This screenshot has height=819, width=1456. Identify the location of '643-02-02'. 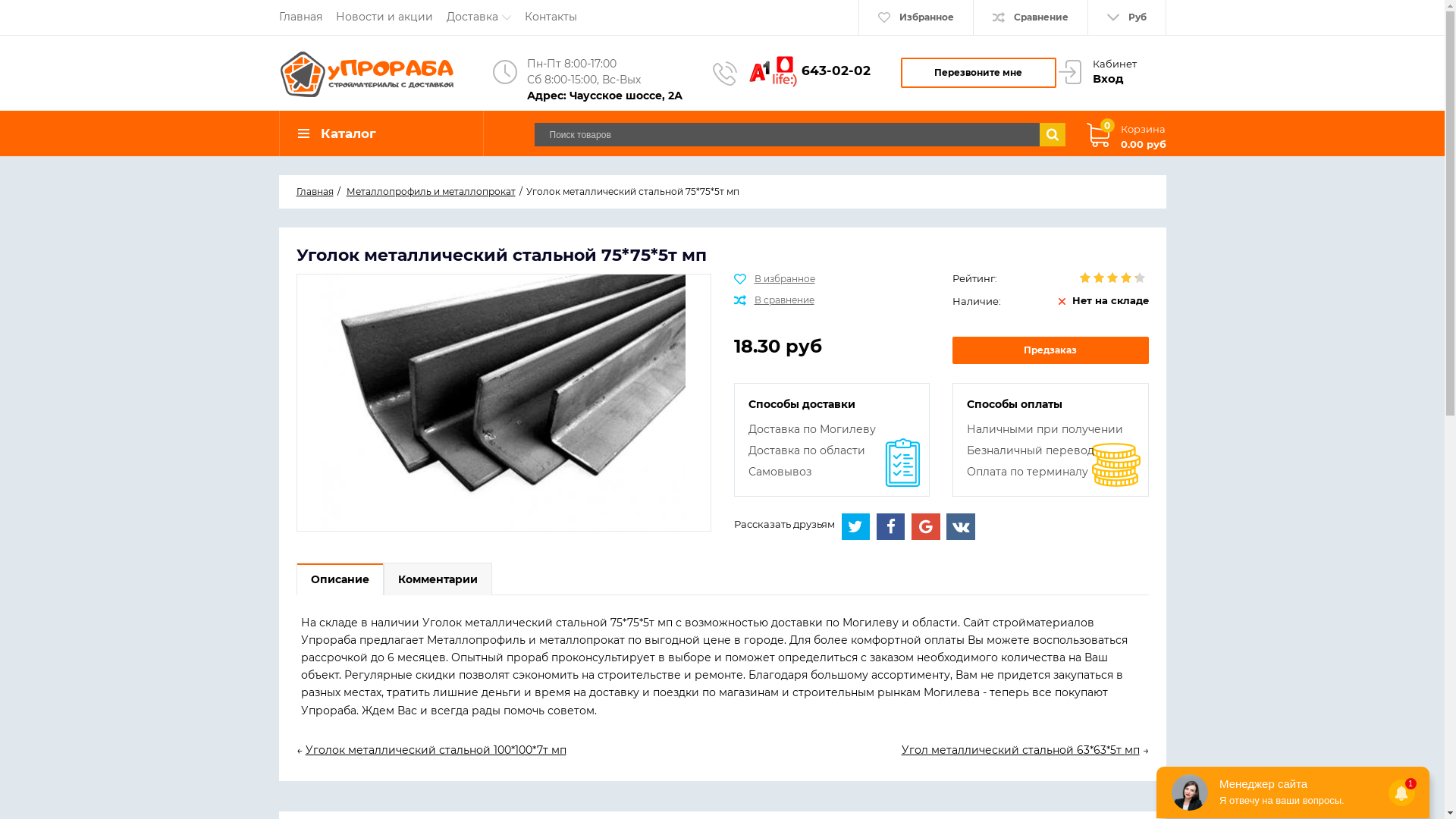
(834, 70).